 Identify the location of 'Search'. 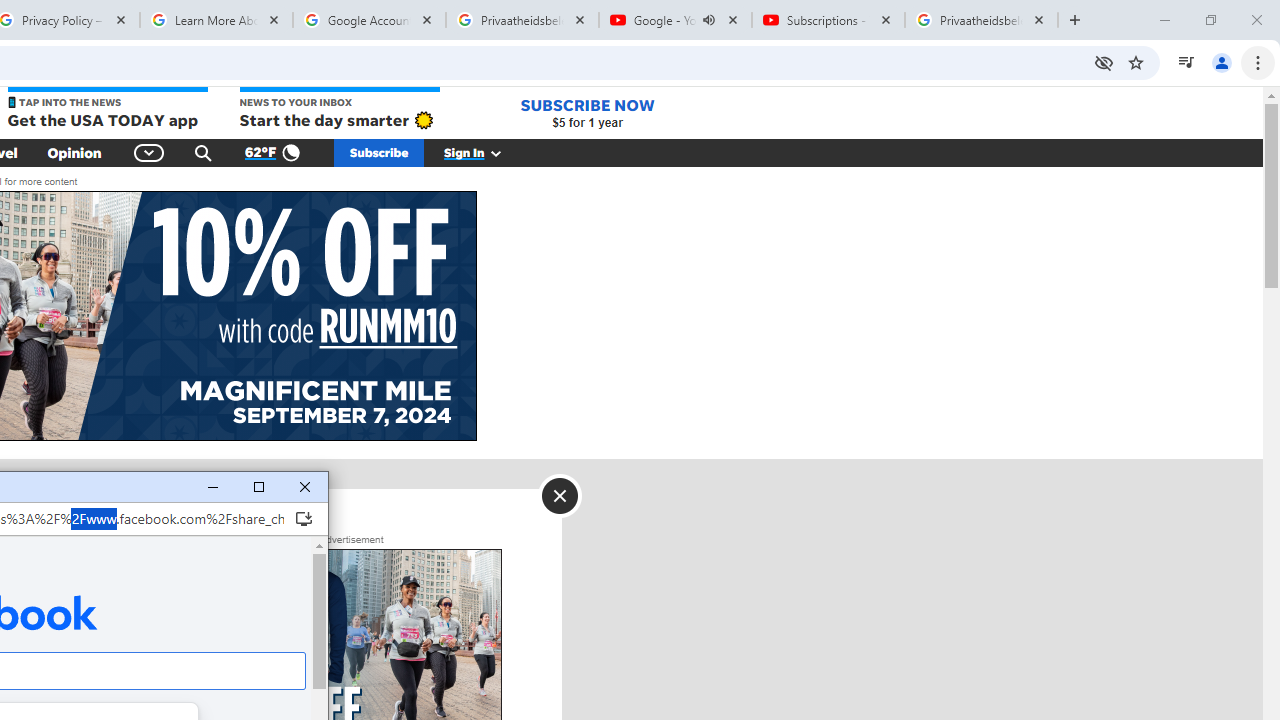
(203, 152).